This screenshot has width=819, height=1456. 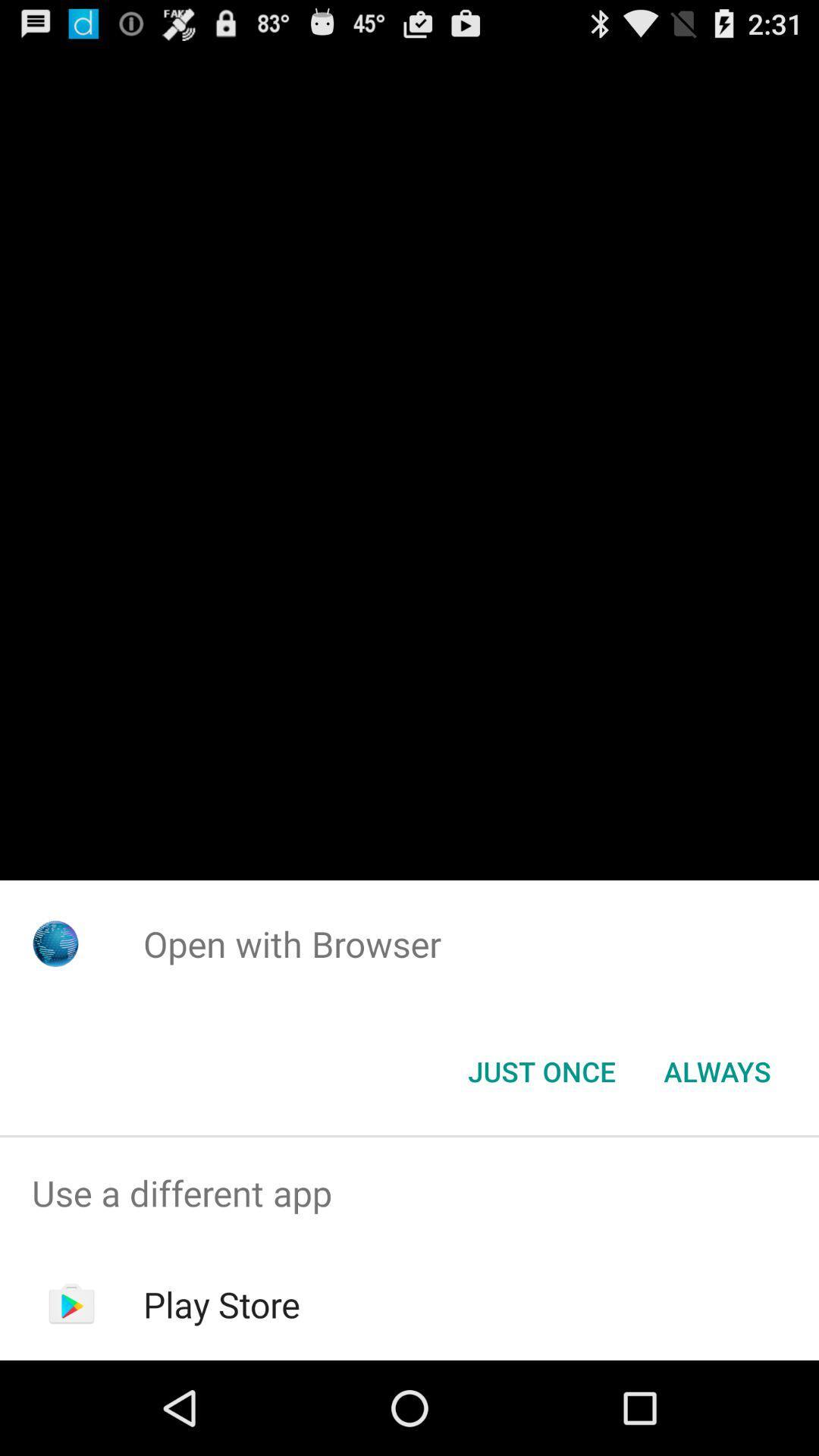 What do you see at coordinates (717, 1070) in the screenshot?
I see `always button` at bounding box center [717, 1070].